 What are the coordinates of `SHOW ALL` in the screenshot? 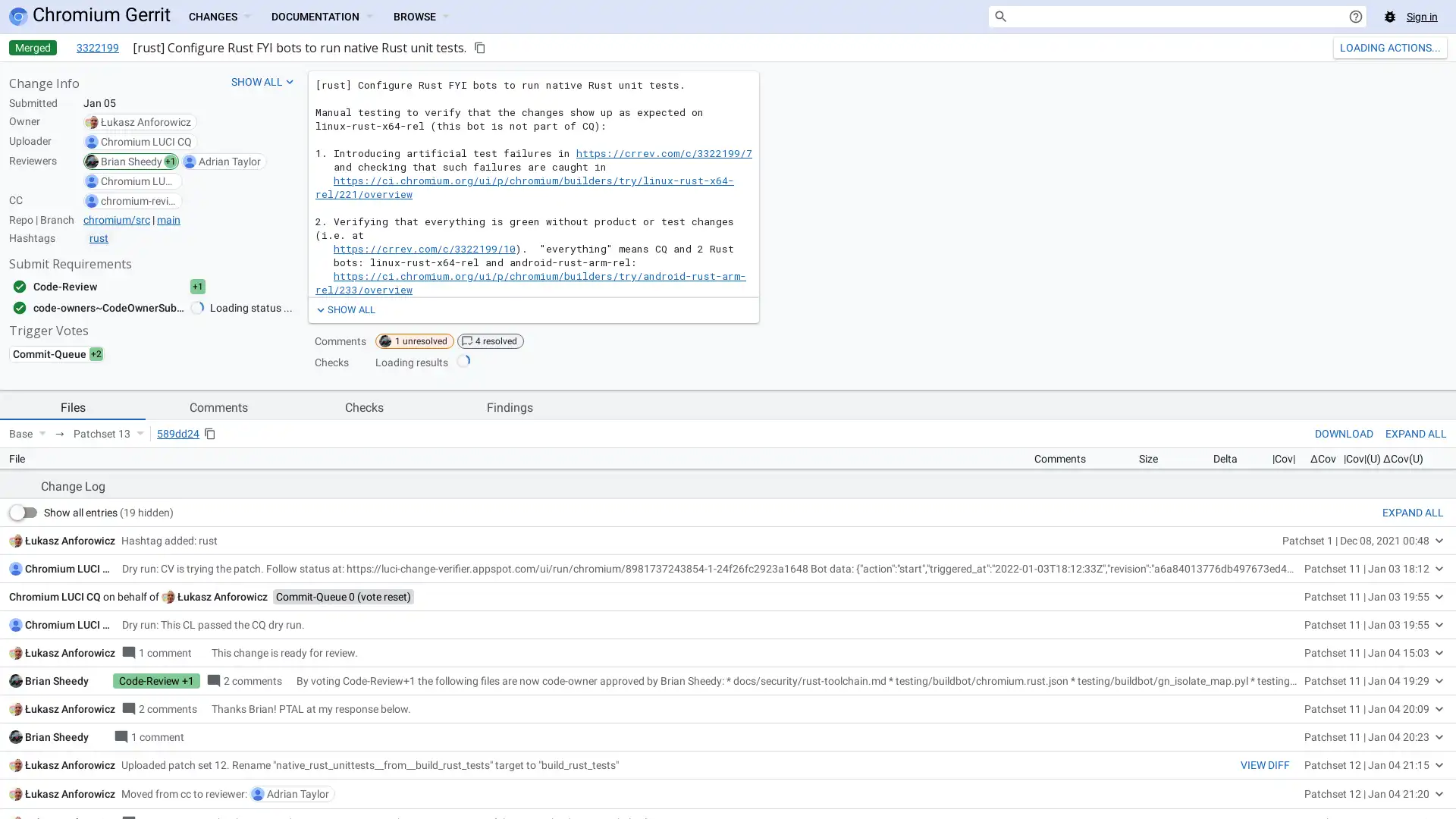 It's located at (263, 82).